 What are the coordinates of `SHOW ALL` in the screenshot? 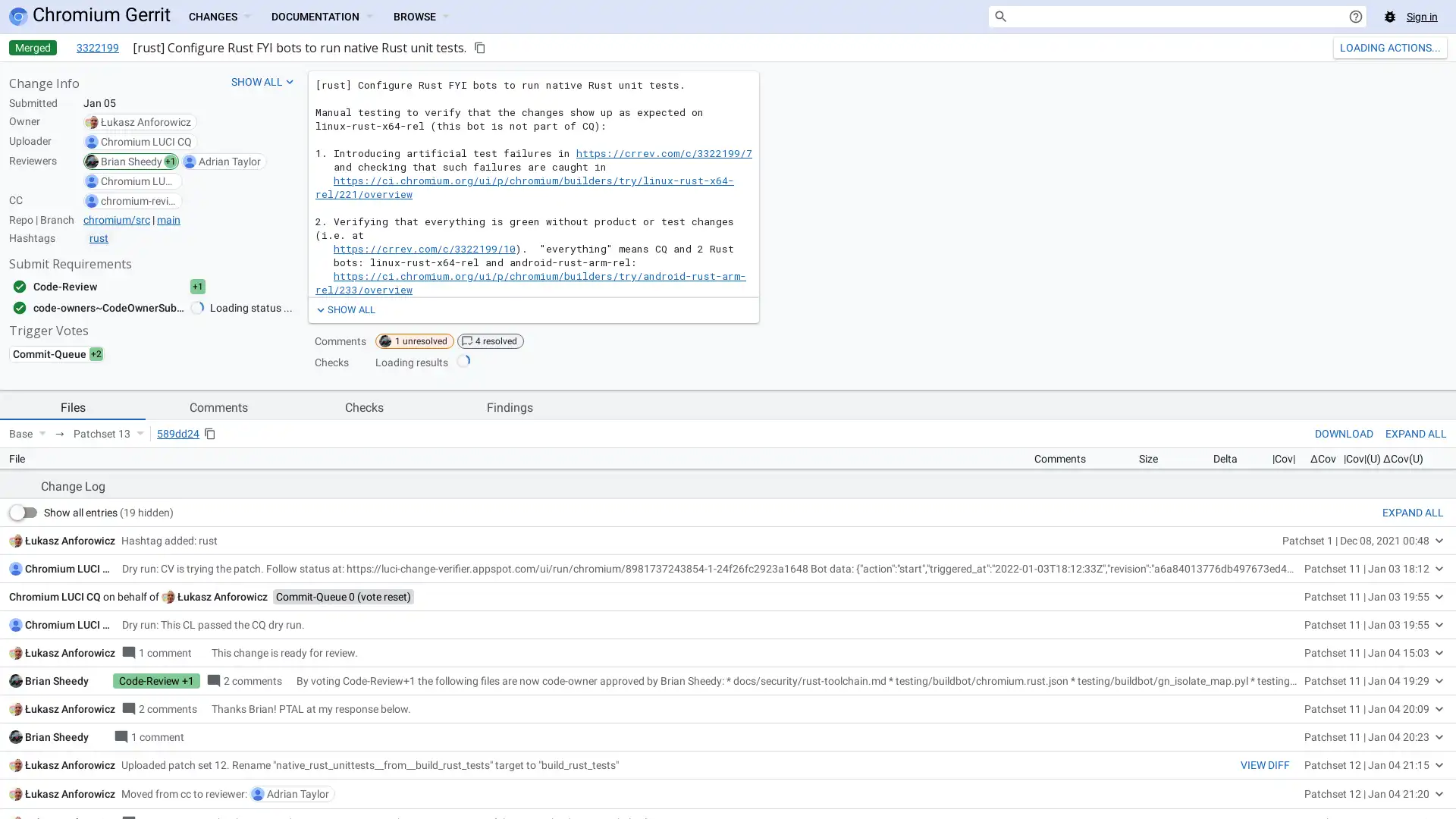 It's located at (263, 82).